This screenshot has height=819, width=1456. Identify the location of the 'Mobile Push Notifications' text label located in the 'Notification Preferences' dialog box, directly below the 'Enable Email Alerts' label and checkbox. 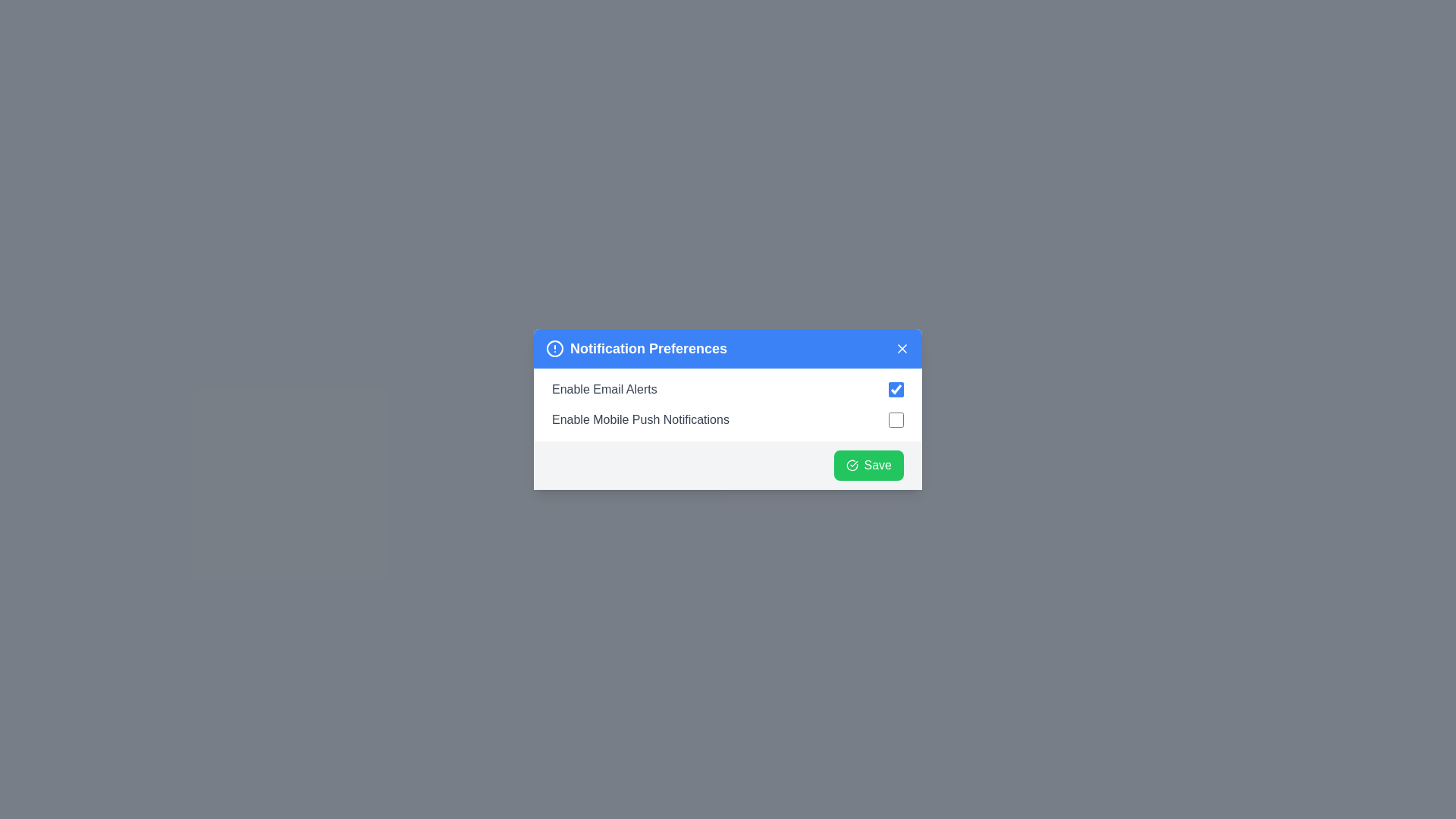
(640, 420).